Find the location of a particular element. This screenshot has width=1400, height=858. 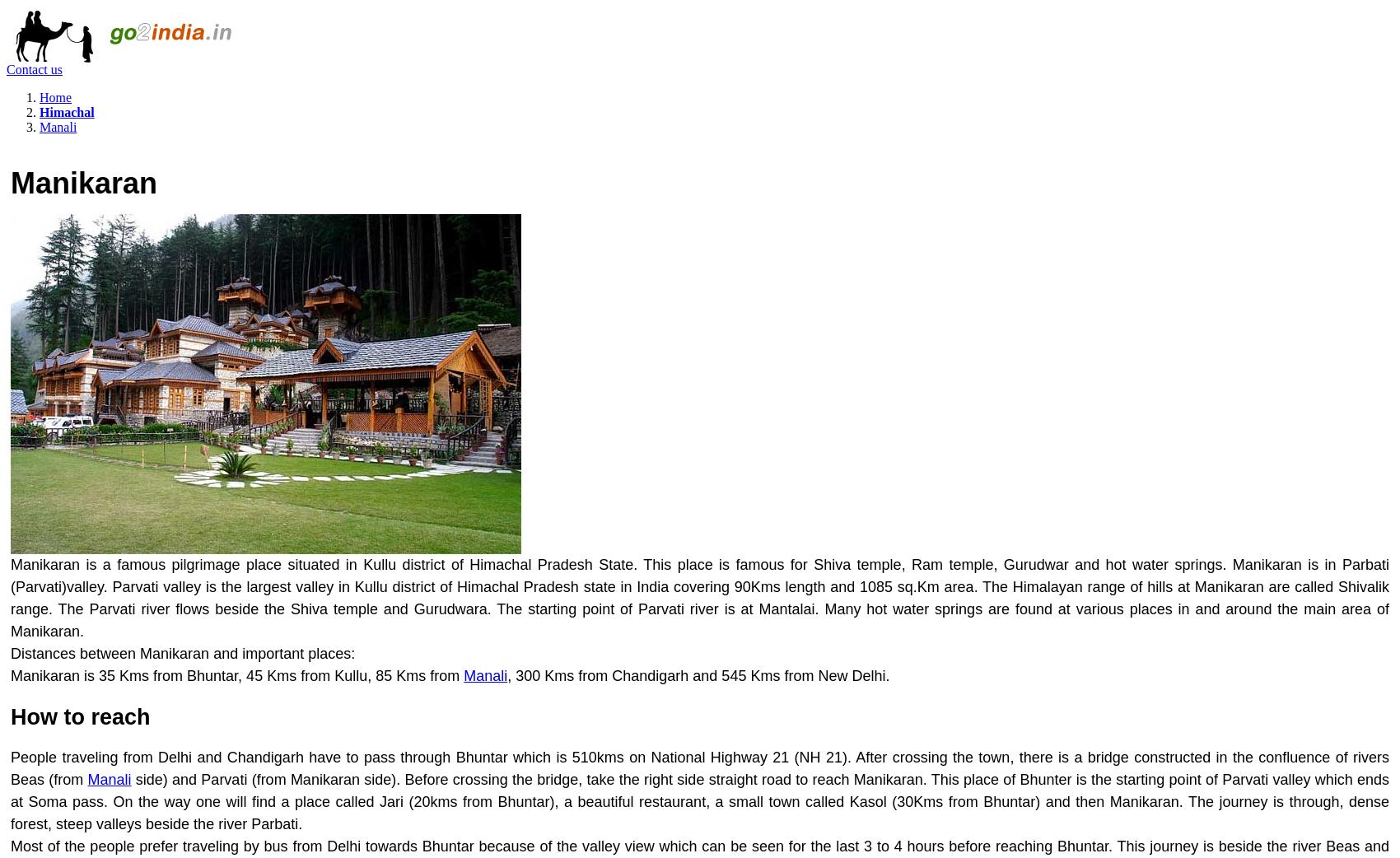

'Himachal' is located at coordinates (66, 112).